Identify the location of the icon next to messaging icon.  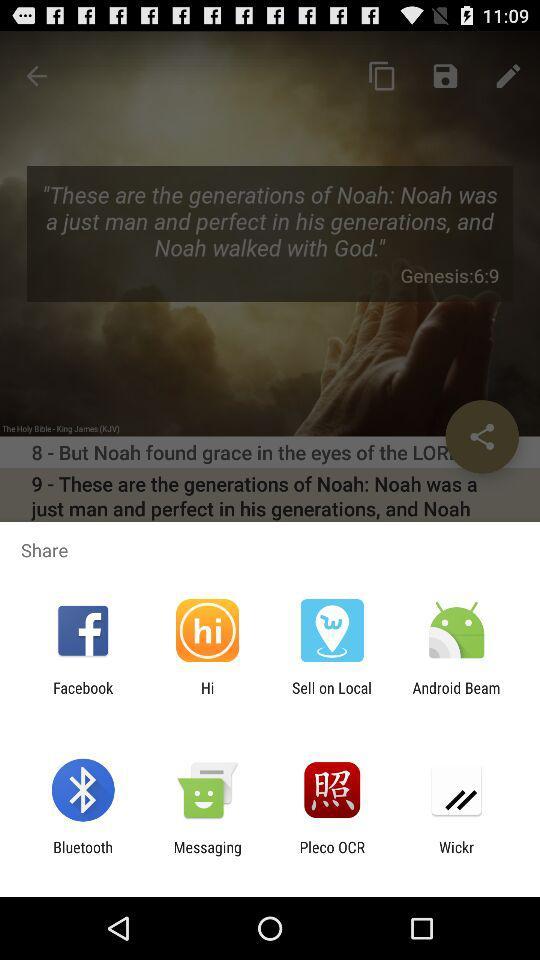
(332, 855).